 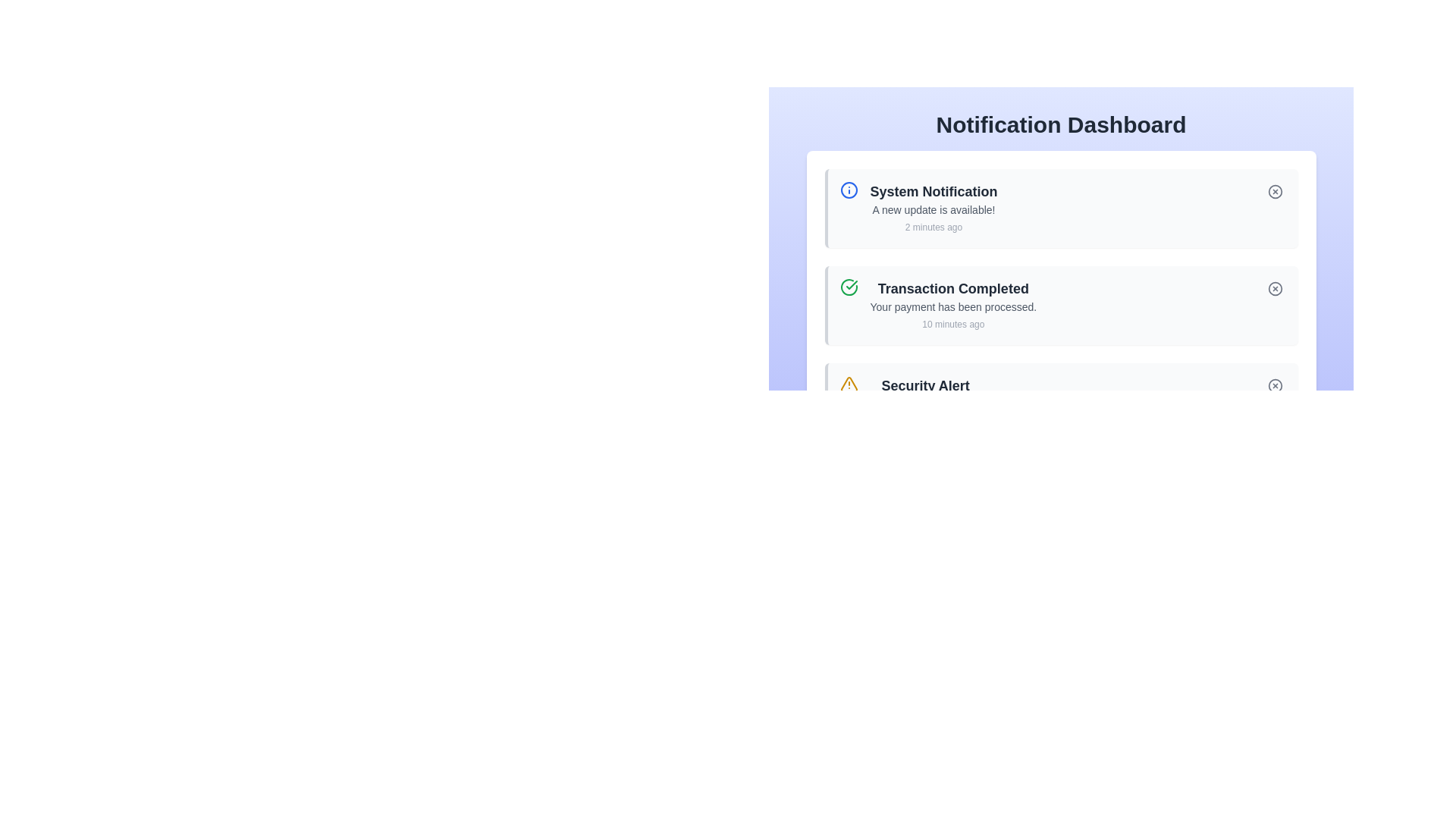 What do you see at coordinates (852, 284) in the screenshot?
I see `the circular checkmark icon that indicates the successful completion of the transaction in the Notification Dashboard, positioned to the left of the 'Transaction Completed' text` at bounding box center [852, 284].